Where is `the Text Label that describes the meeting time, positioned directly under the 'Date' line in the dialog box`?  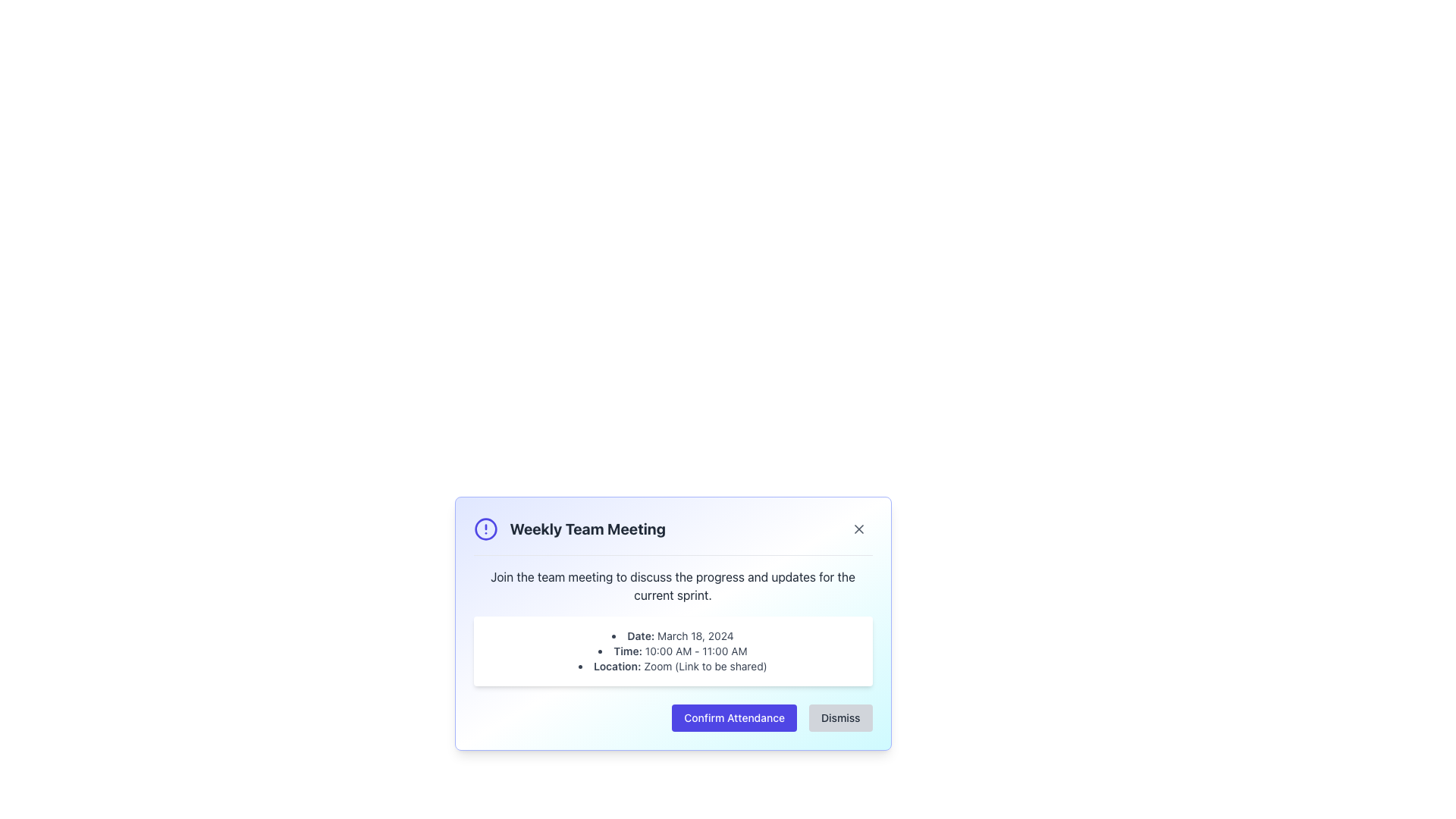 the Text Label that describes the meeting time, positioned directly under the 'Date' line in the dialog box is located at coordinates (628, 650).